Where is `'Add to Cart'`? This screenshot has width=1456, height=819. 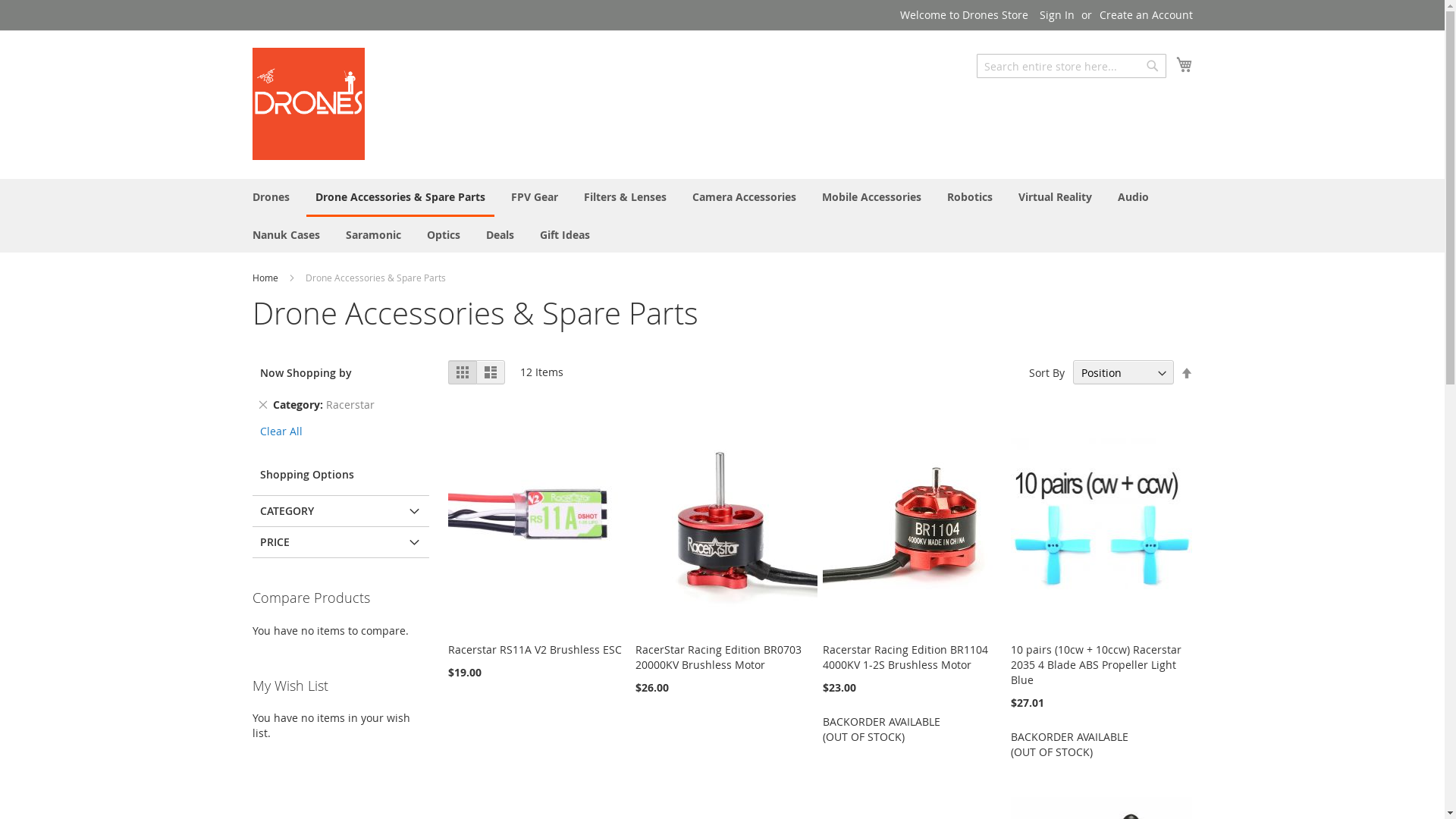 'Add to Cart' is located at coordinates (290, 704).